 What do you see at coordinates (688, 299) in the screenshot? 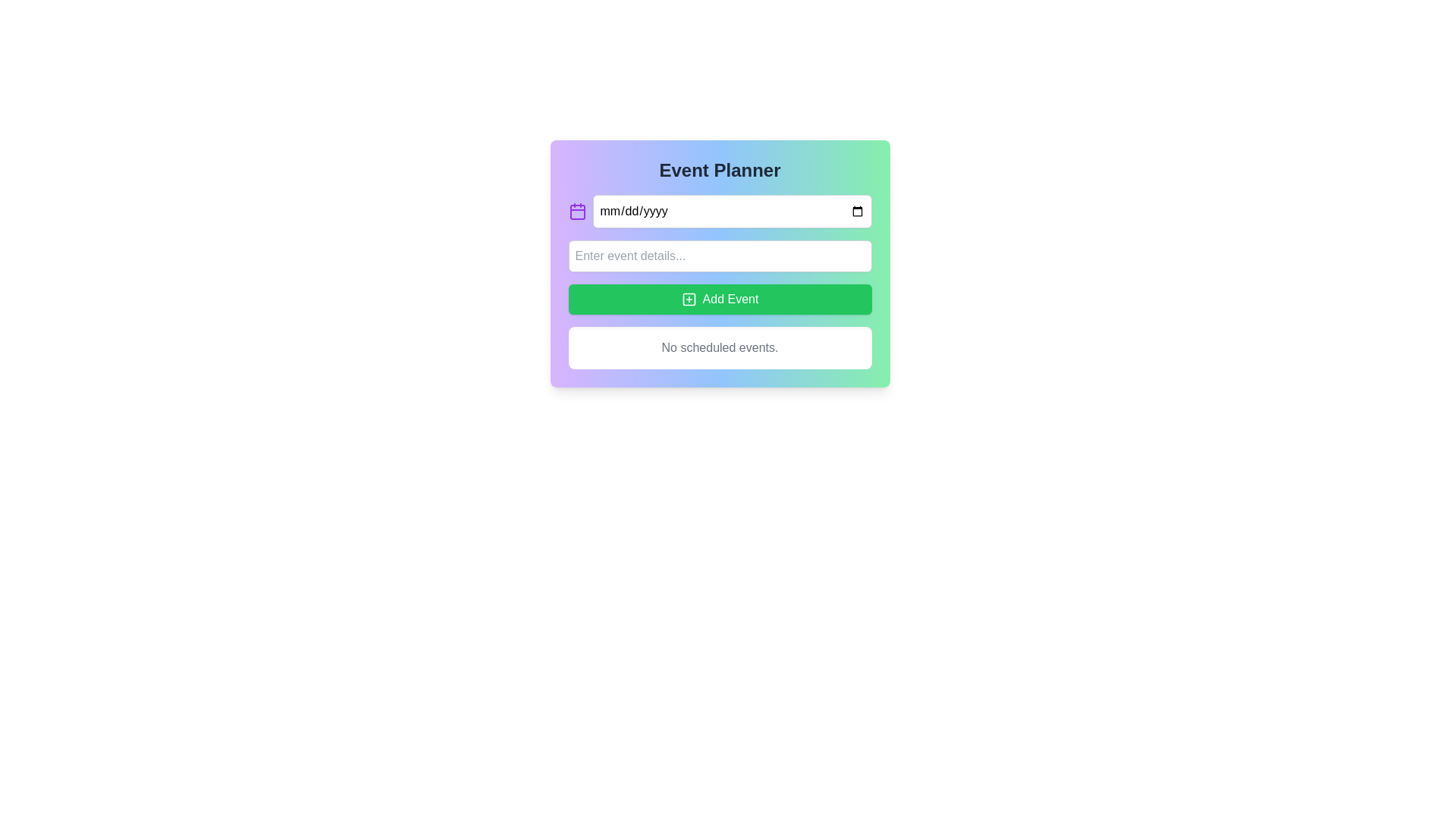
I see `the green square-shaped icon with a '+' symbol, located to the left of the 'Add Event' text, which is part of the 'Add Event' button` at bounding box center [688, 299].